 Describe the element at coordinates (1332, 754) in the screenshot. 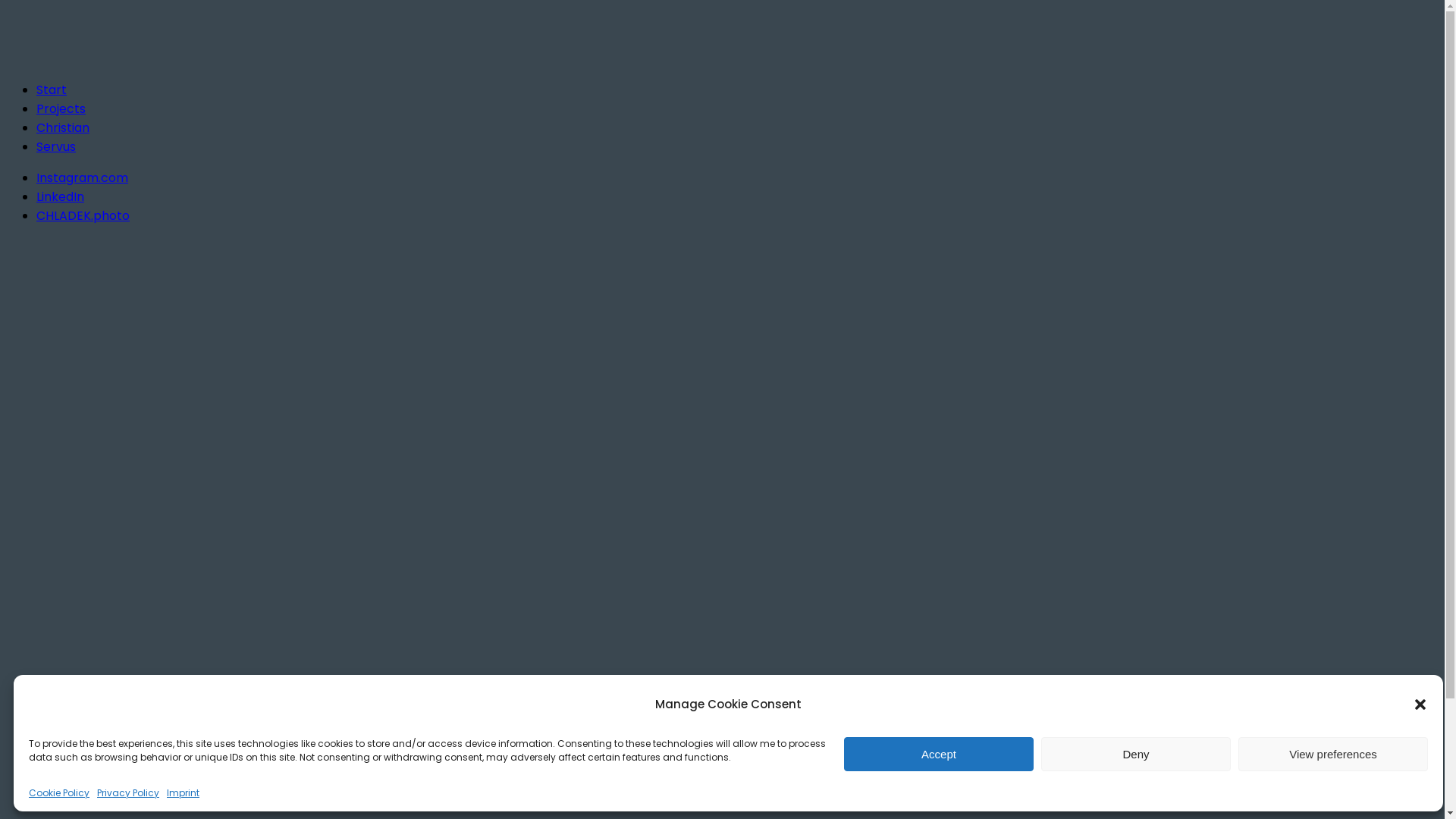

I see `'View preferences'` at that location.